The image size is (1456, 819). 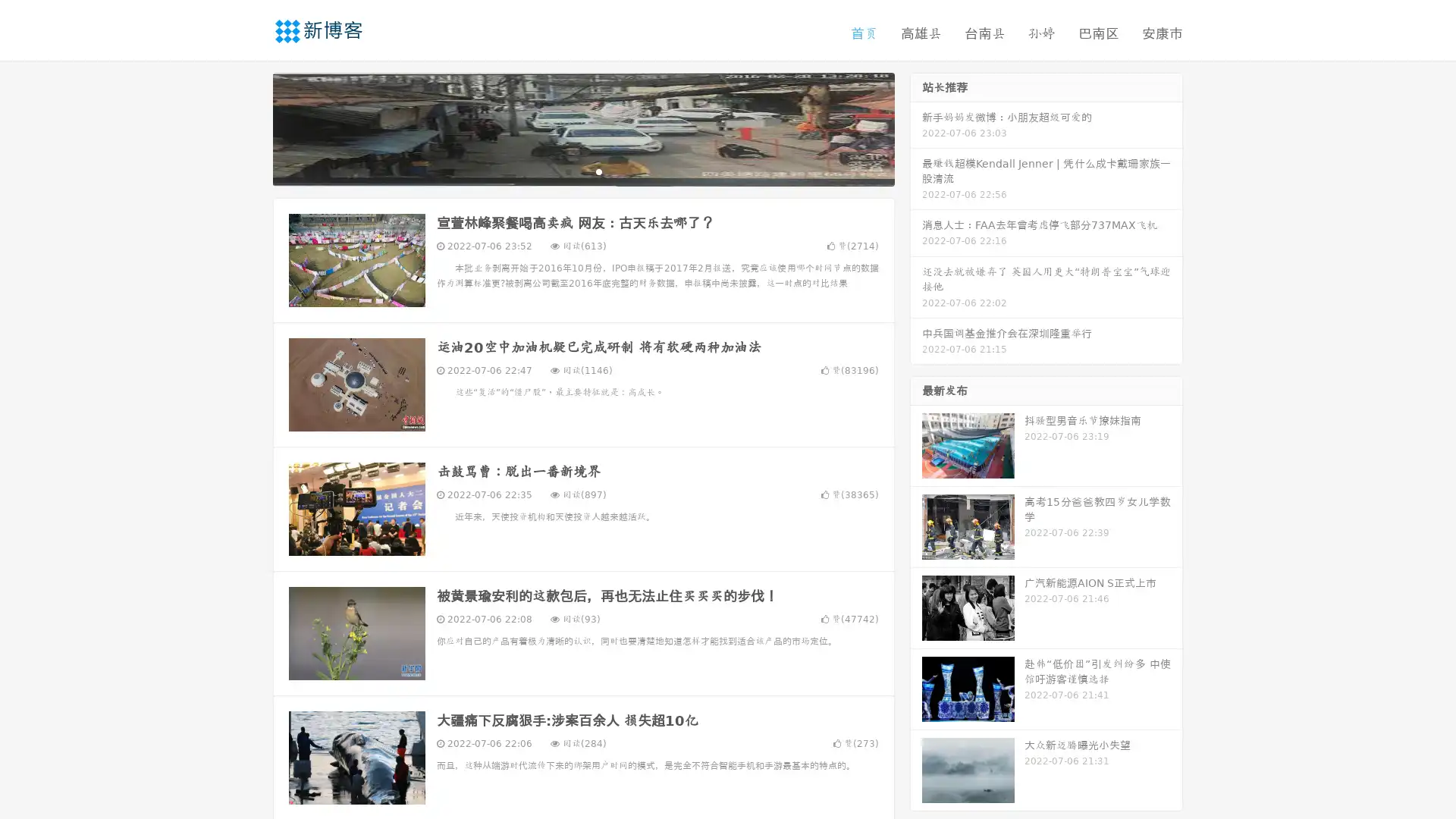 What do you see at coordinates (567, 171) in the screenshot?
I see `Go to slide 1` at bounding box center [567, 171].